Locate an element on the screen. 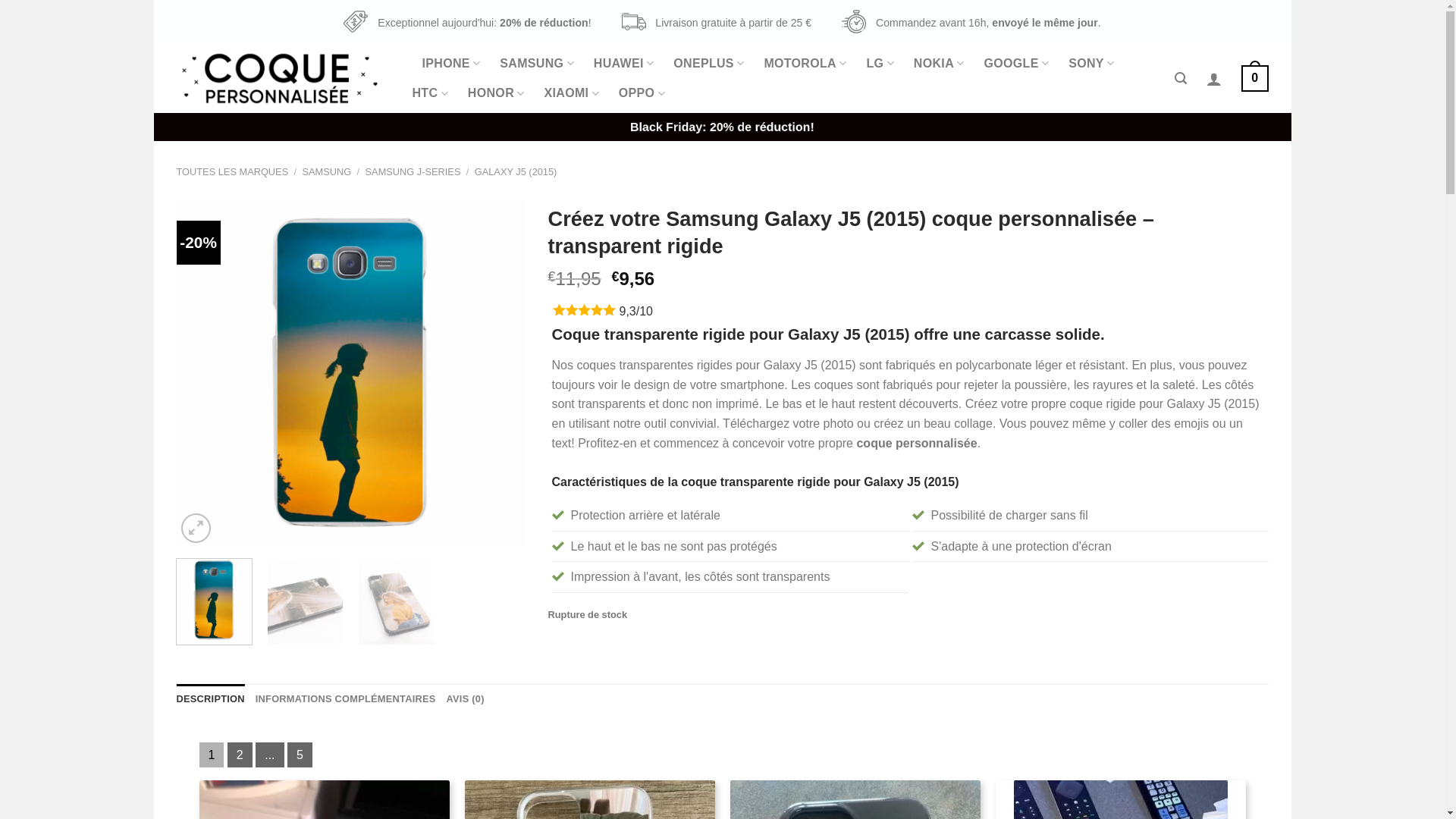  '0' is located at coordinates (1254, 78).